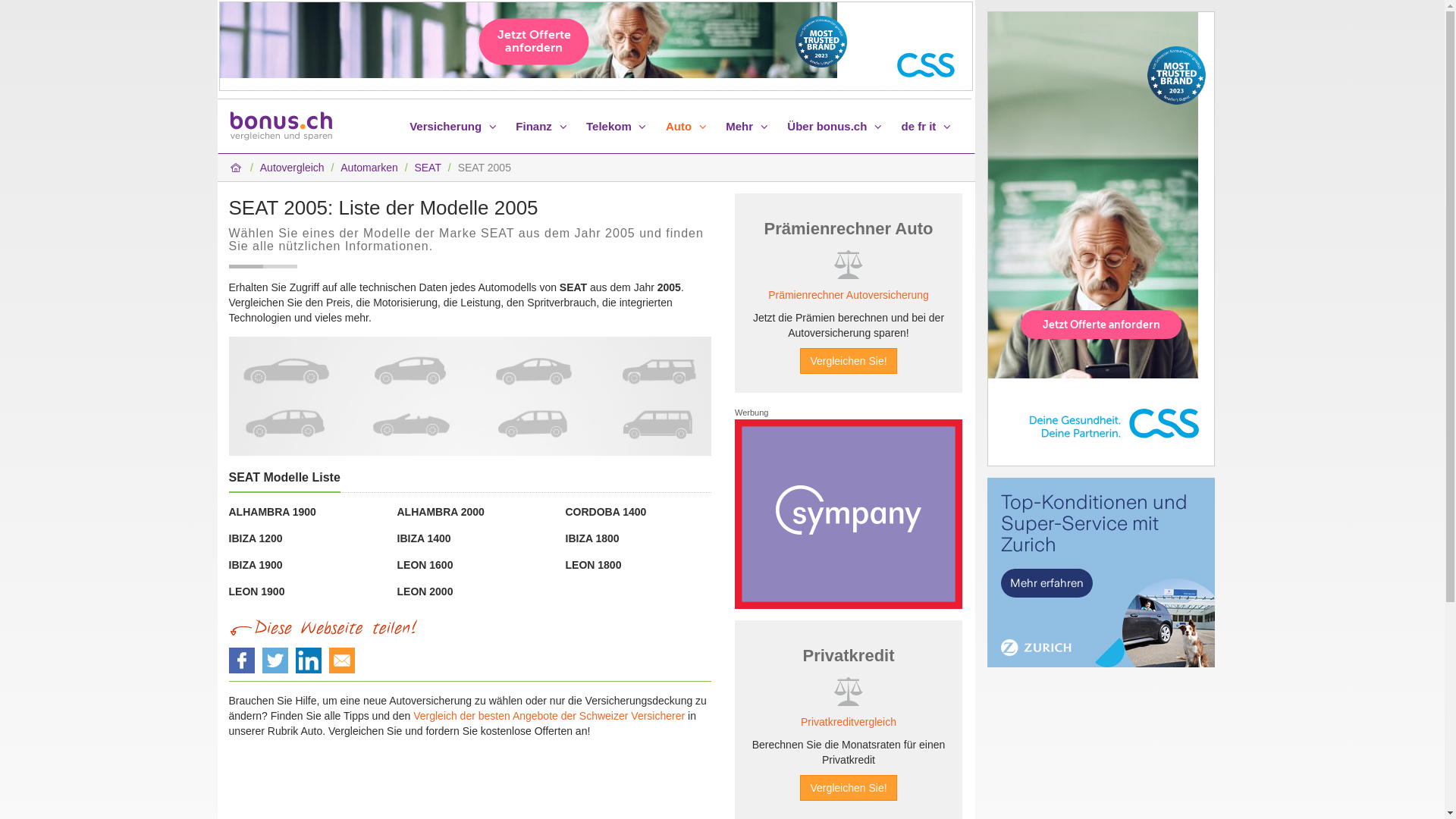  What do you see at coordinates (591, 537) in the screenshot?
I see `'IBIZA 1800'` at bounding box center [591, 537].